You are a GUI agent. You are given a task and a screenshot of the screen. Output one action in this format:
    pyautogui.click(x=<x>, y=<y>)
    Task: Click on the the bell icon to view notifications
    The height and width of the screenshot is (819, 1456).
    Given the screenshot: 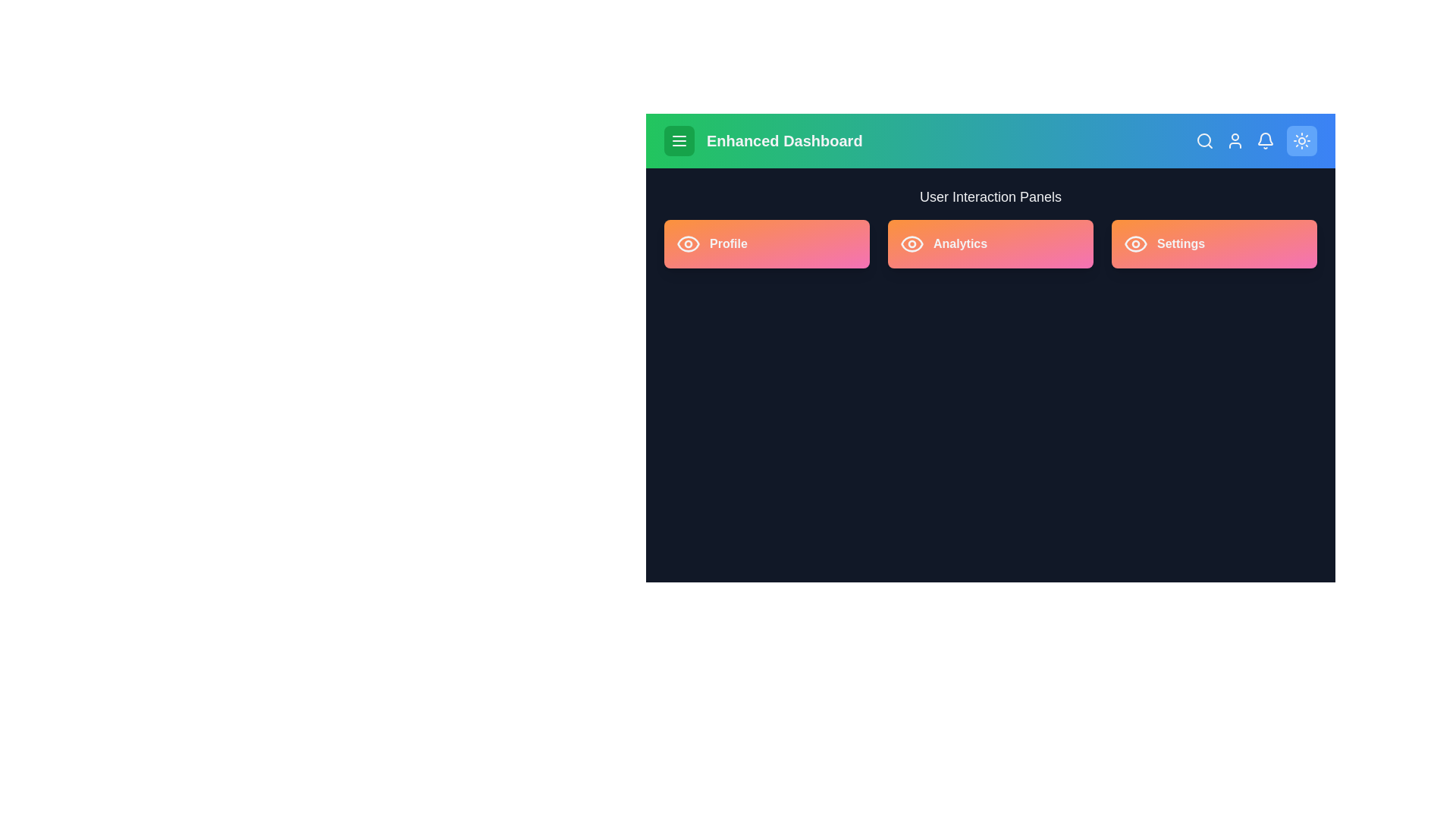 What is the action you would take?
    pyautogui.click(x=1266, y=140)
    